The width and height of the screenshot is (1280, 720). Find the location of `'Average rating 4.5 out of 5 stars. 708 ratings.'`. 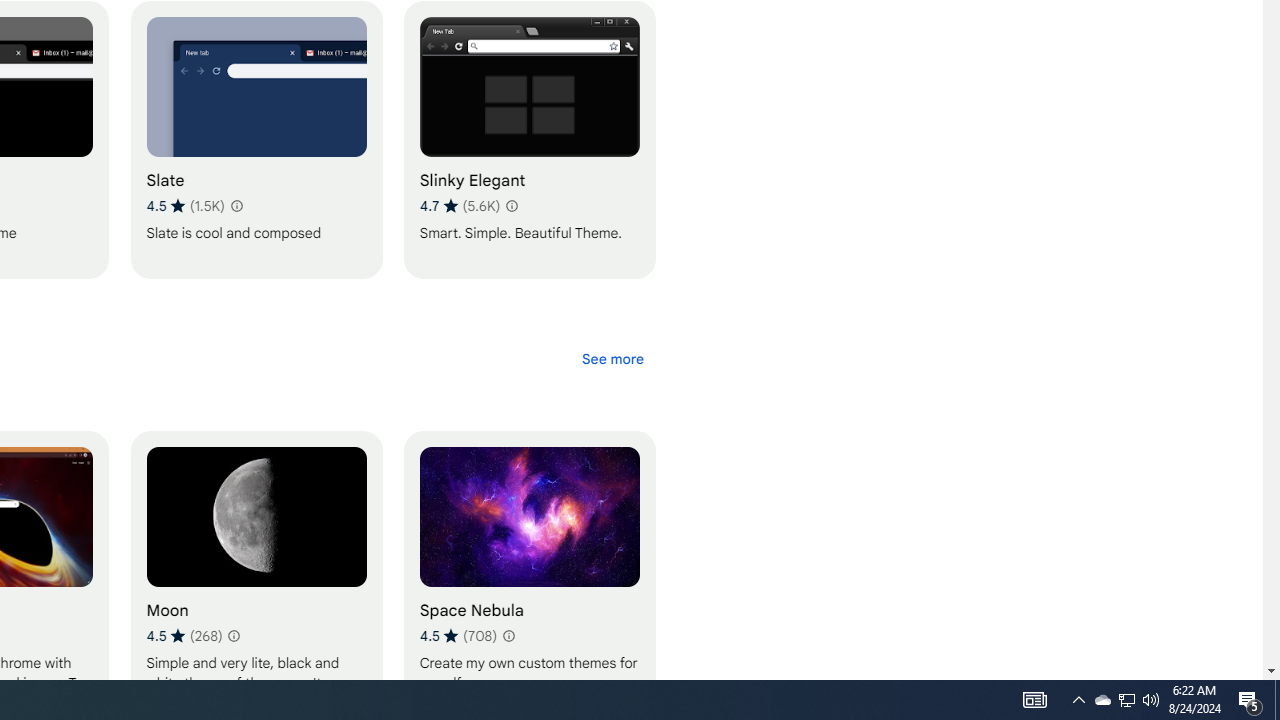

'Average rating 4.5 out of 5 stars. 708 ratings.' is located at coordinates (456, 635).